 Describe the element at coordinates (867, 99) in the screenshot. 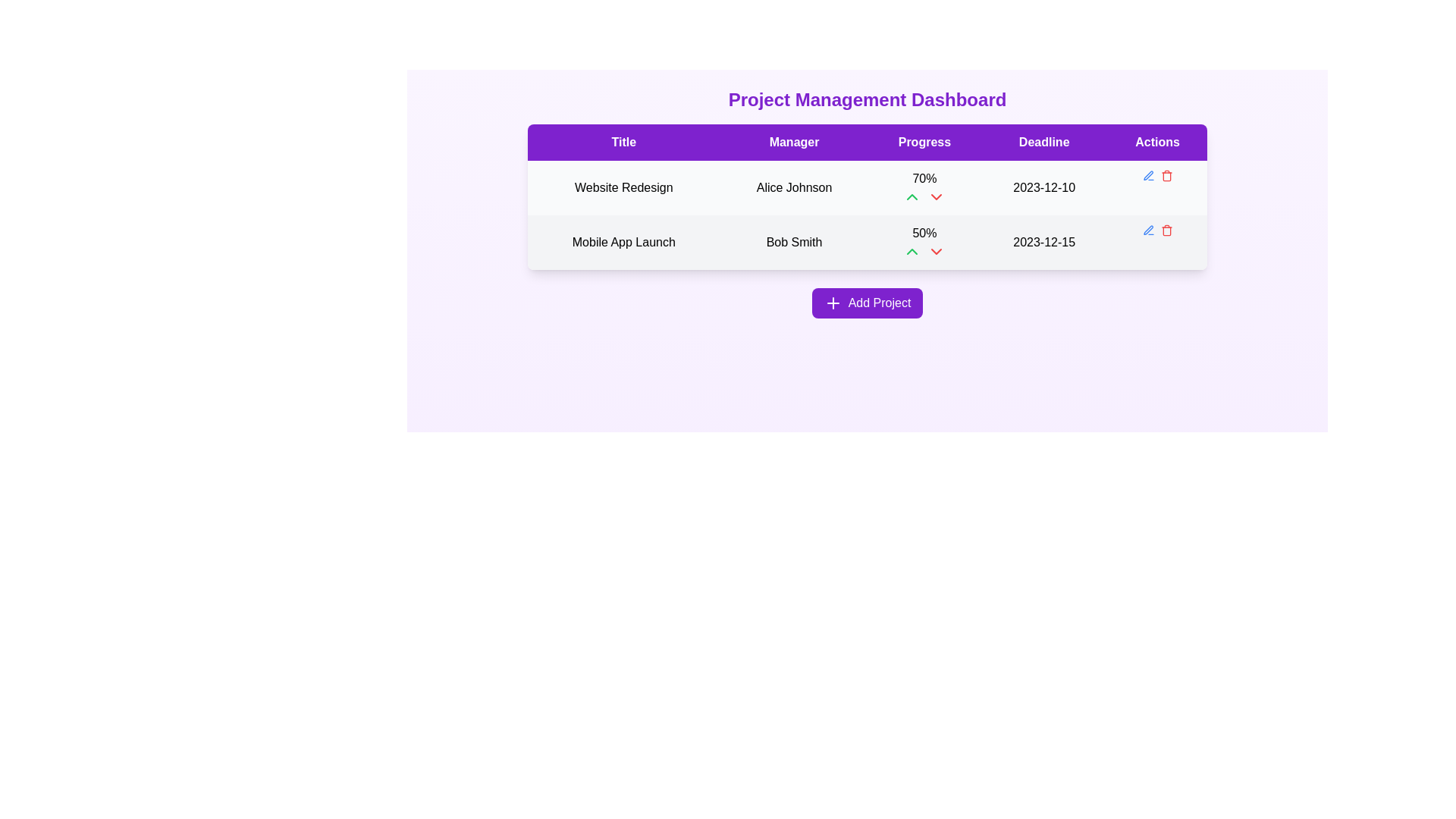

I see `the 'Project Management Dashboard' header element, which is styled with a bold, large purple font and is located at the top-center of the interface` at that location.